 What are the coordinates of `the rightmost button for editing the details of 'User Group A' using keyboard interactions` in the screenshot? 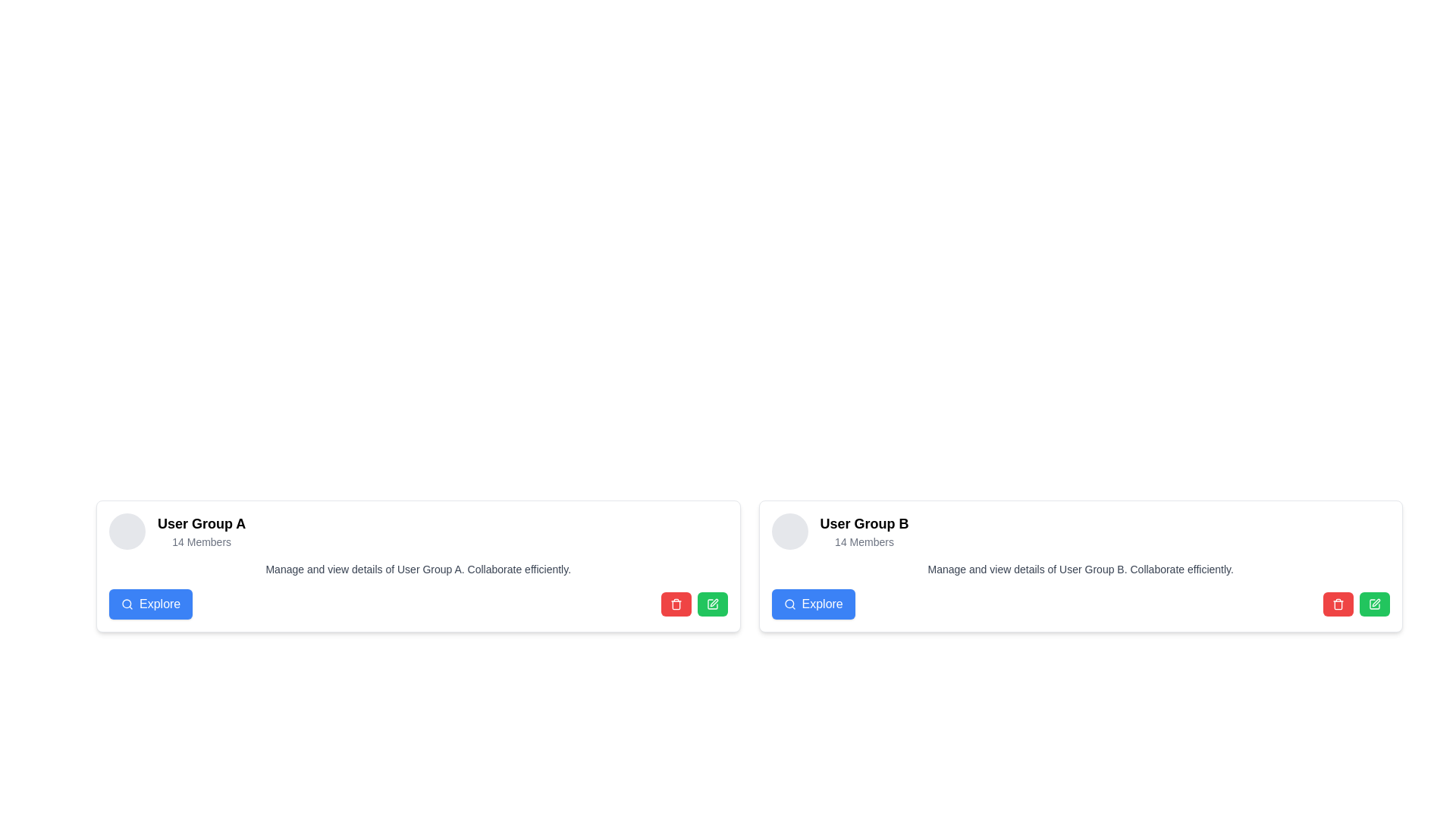 It's located at (711, 604).